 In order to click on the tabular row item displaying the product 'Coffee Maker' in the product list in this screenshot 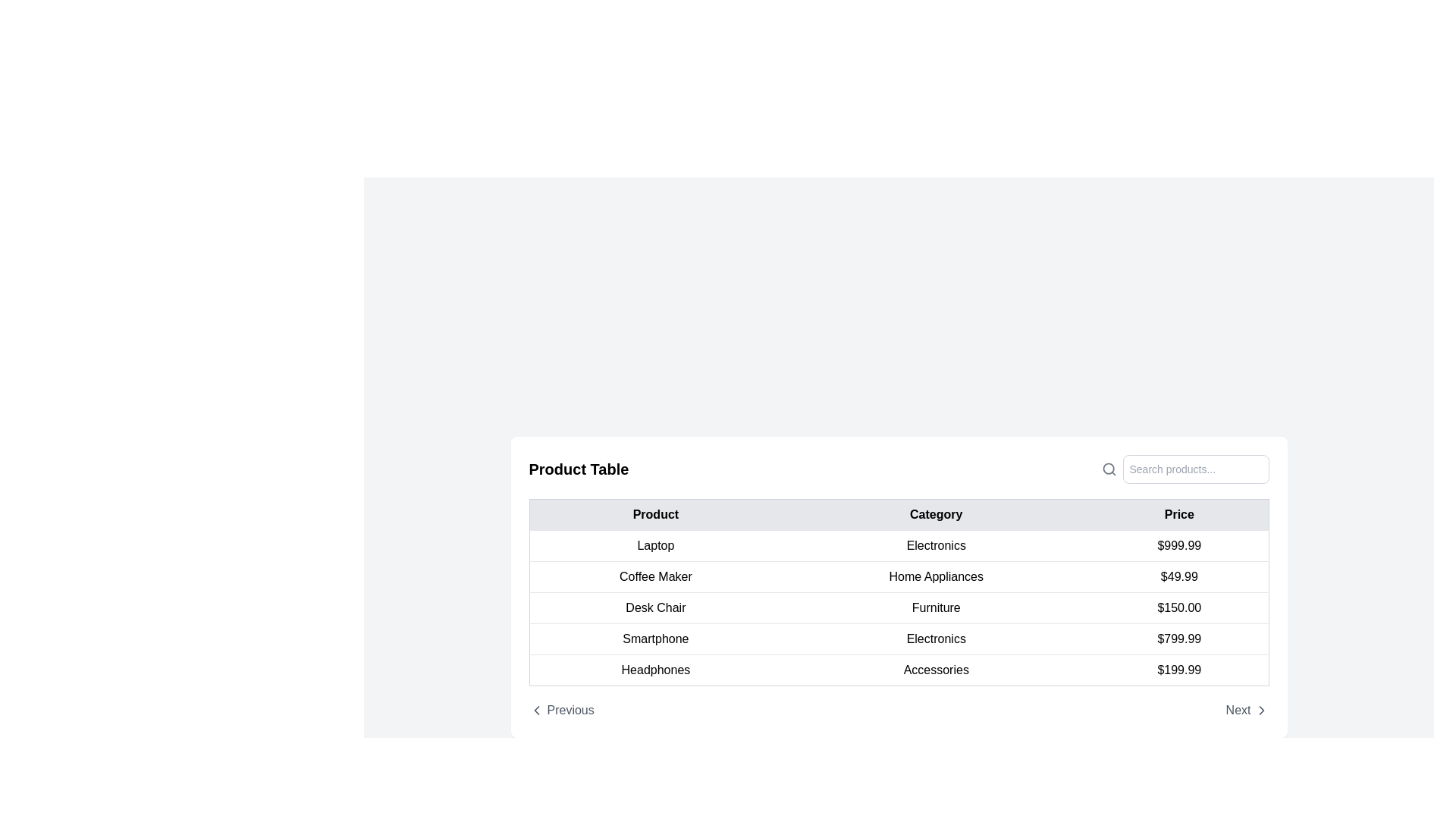, I will do `click(899, 576)`.